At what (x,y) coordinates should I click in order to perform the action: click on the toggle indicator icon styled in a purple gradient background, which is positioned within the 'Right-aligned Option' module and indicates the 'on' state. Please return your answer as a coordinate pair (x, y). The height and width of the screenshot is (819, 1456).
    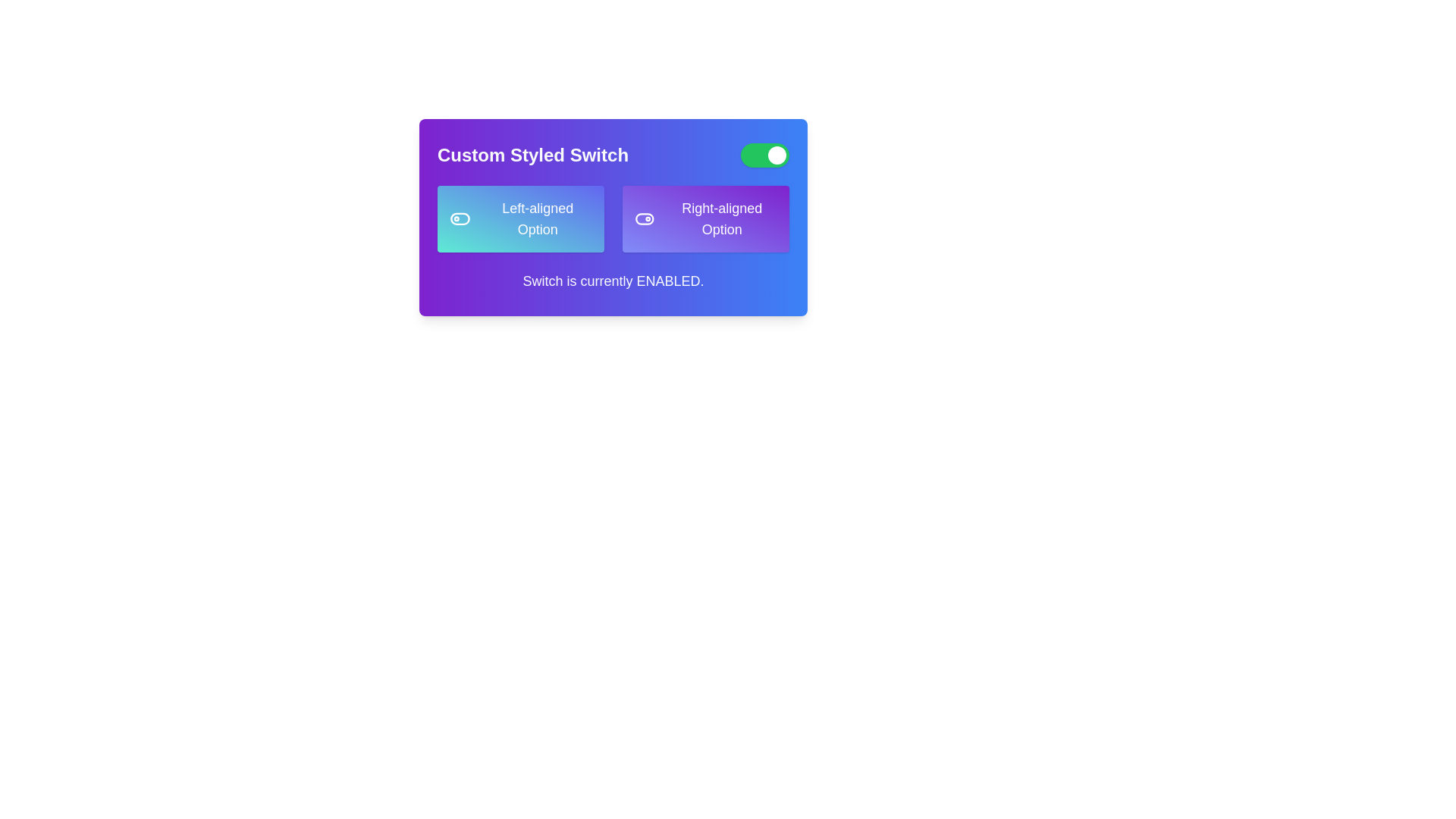
    Looking at the image, I should click on (645, 219).